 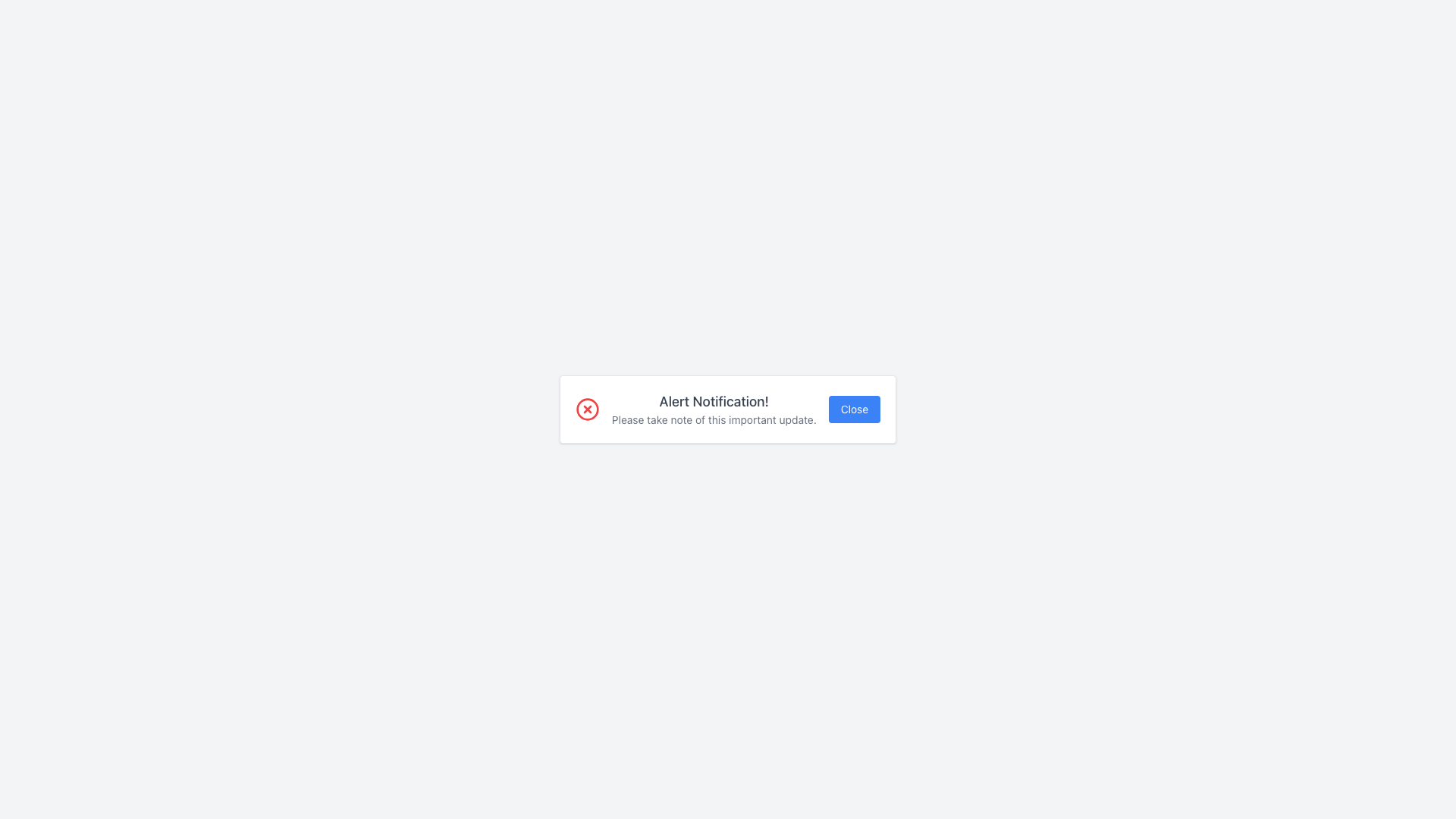 What do you see at coordinates (713, 409) in the screenshot?
I see `text displayed in the 'Alert Notification!' box, which includes the main heading and subtext` at bounding box center [713, 409].